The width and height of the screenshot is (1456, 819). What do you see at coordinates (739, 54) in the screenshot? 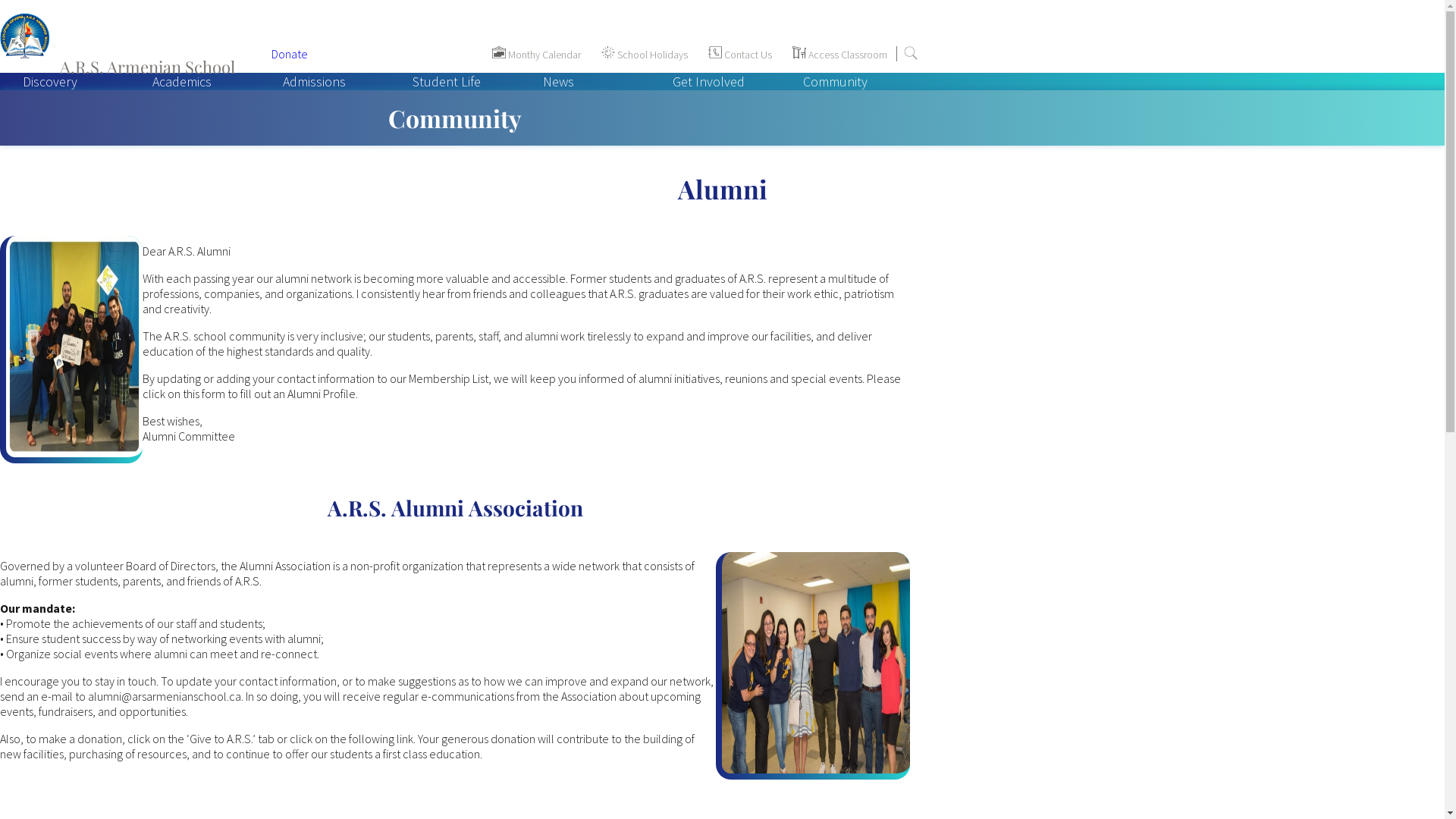
I see `'Contact Us'` at bounding box center [739, 54].